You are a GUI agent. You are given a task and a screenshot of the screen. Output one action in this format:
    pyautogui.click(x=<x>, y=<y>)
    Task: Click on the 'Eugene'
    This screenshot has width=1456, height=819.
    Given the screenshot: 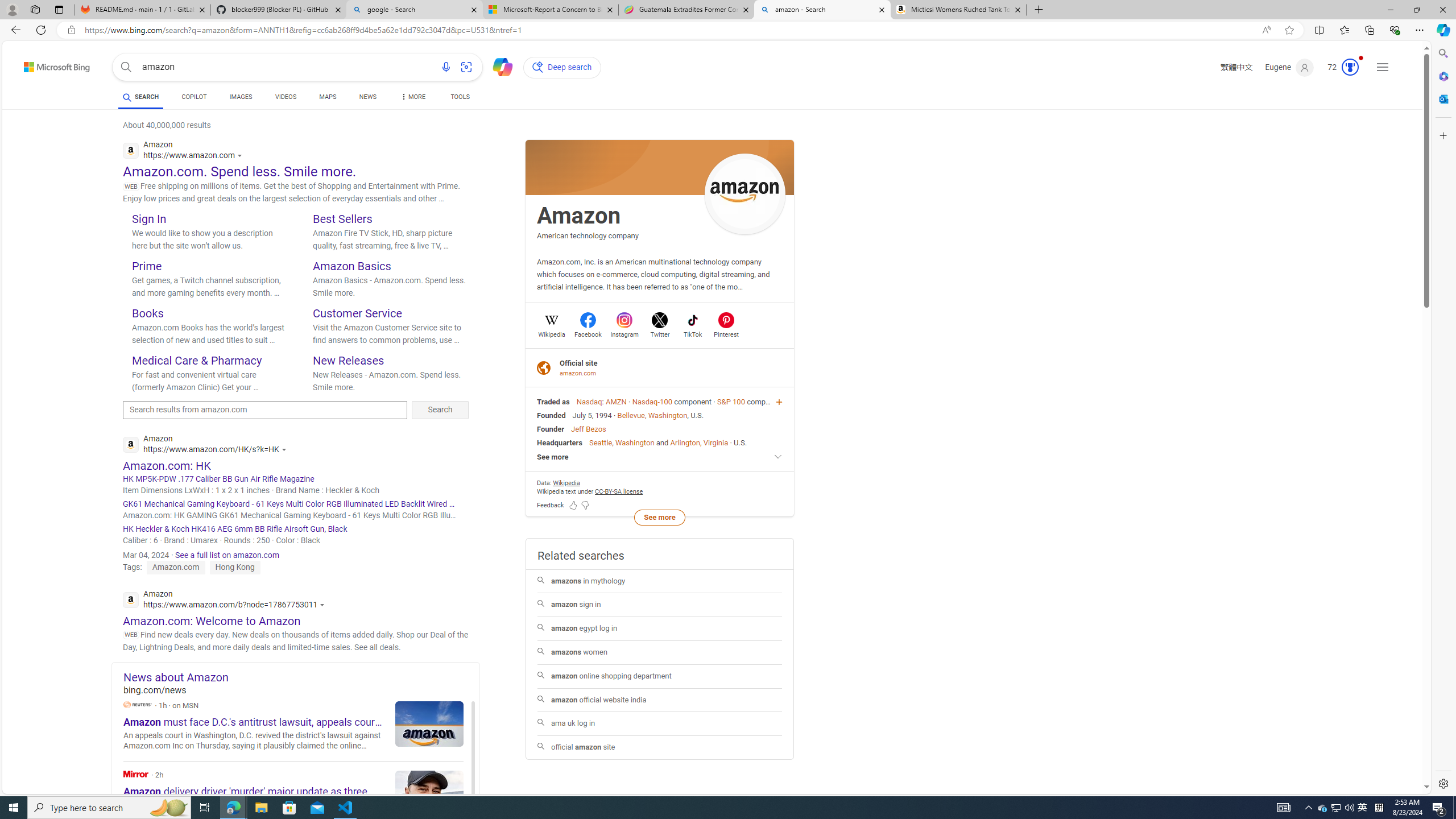 What is the action you would take?
    pyautogui.click(x=1289, y=67)
    